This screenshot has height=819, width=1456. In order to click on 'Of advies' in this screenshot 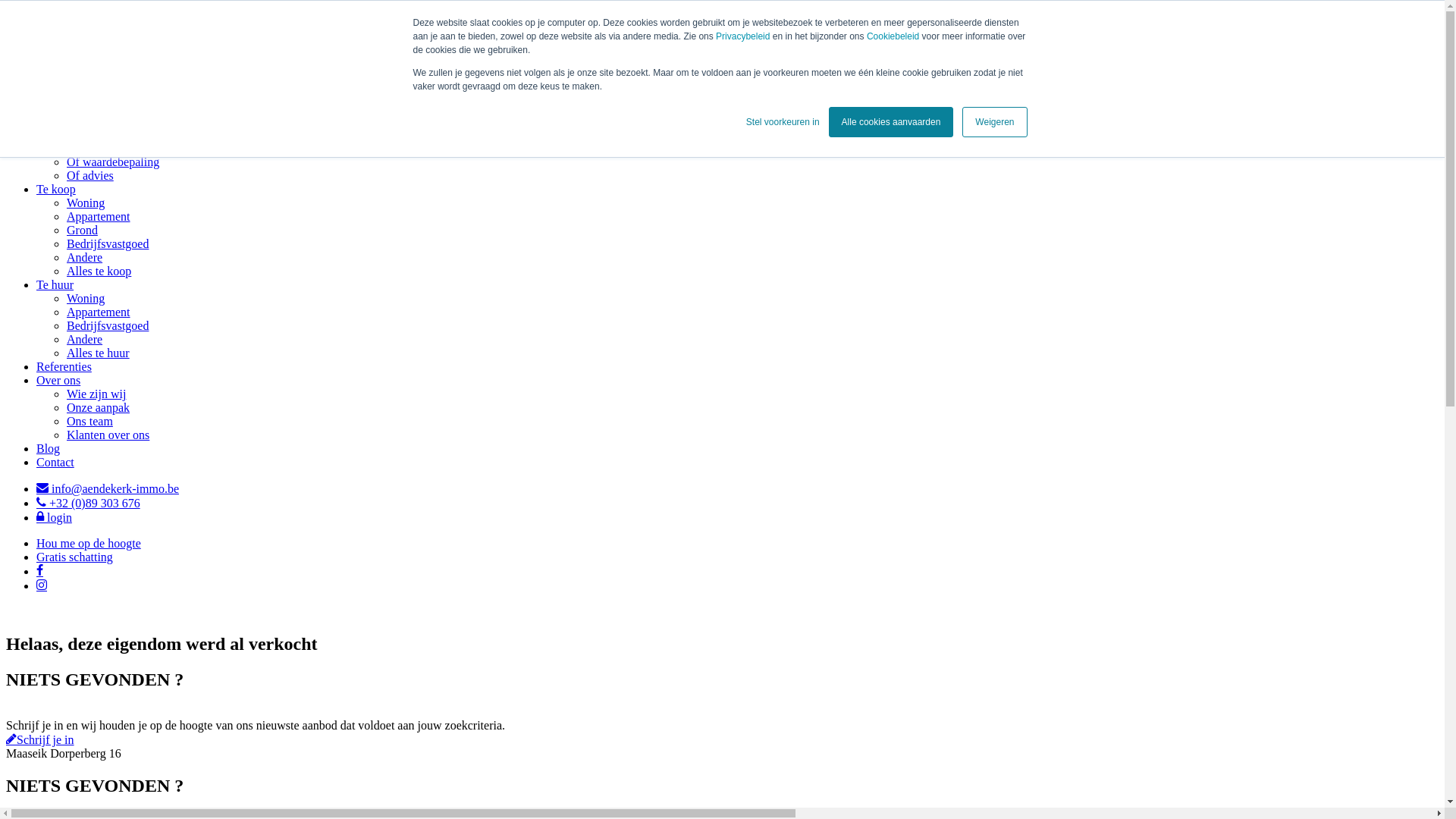, I will do `click(65, 174)`.